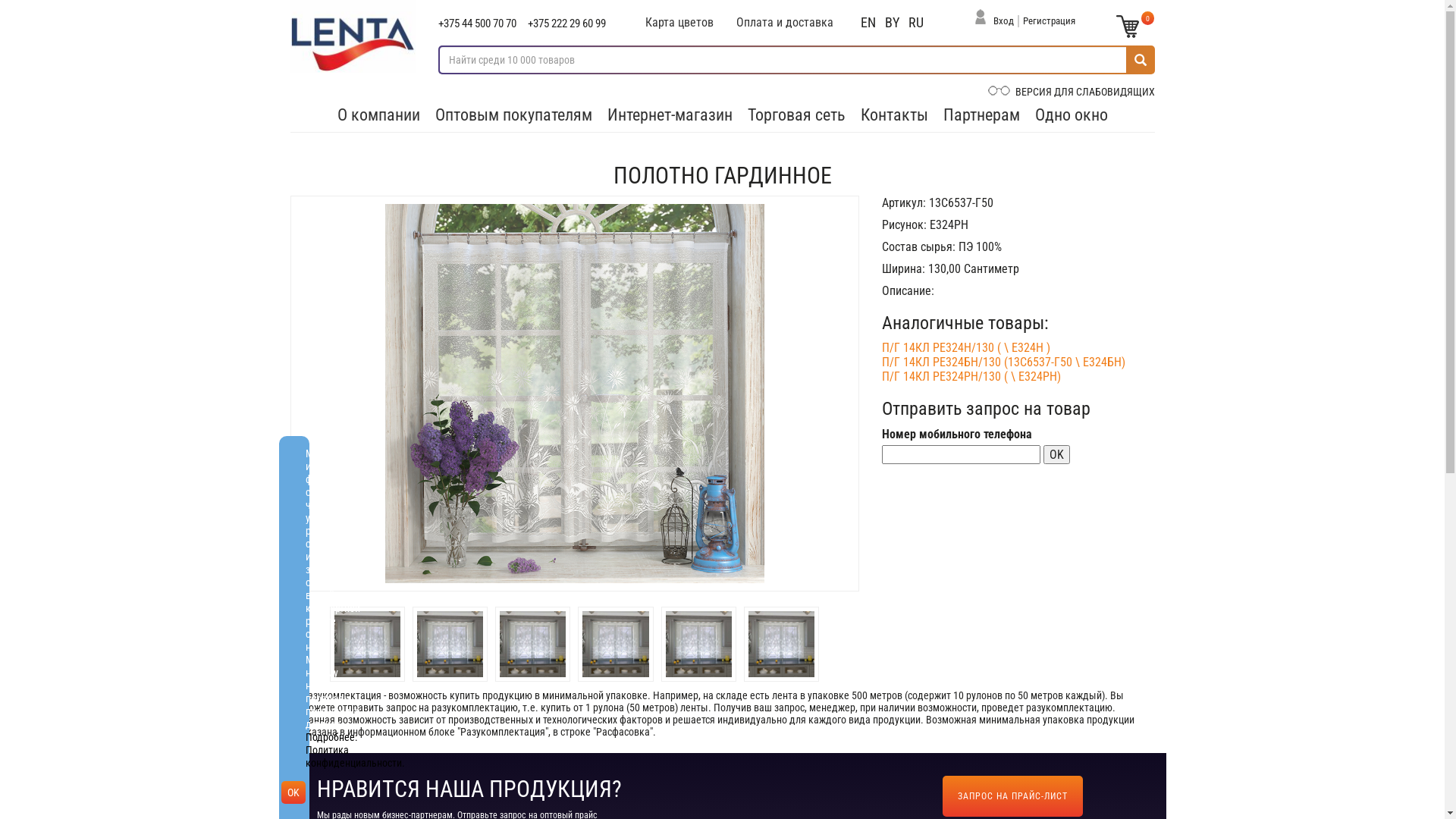 The image size is (1456, 819). I want to click on 'OK', so click(1056, 453).